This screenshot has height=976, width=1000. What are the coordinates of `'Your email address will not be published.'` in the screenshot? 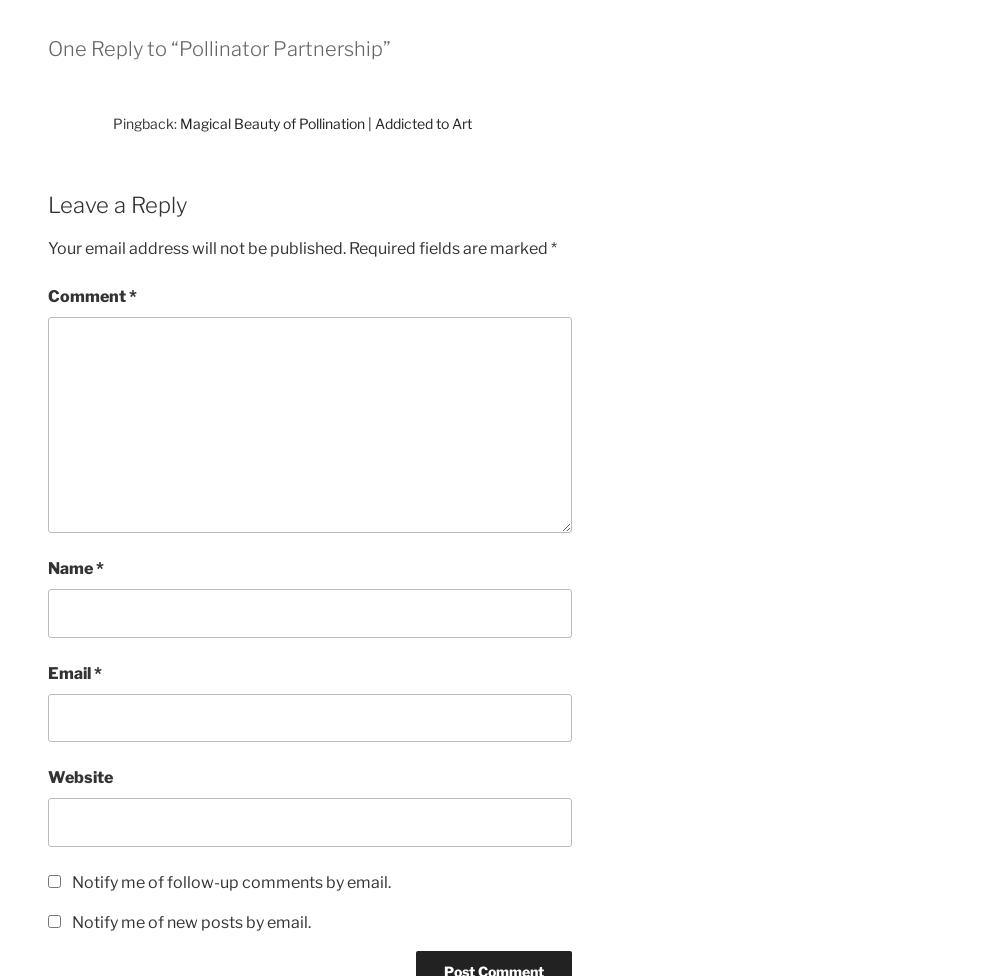 It's located at (48, 248).